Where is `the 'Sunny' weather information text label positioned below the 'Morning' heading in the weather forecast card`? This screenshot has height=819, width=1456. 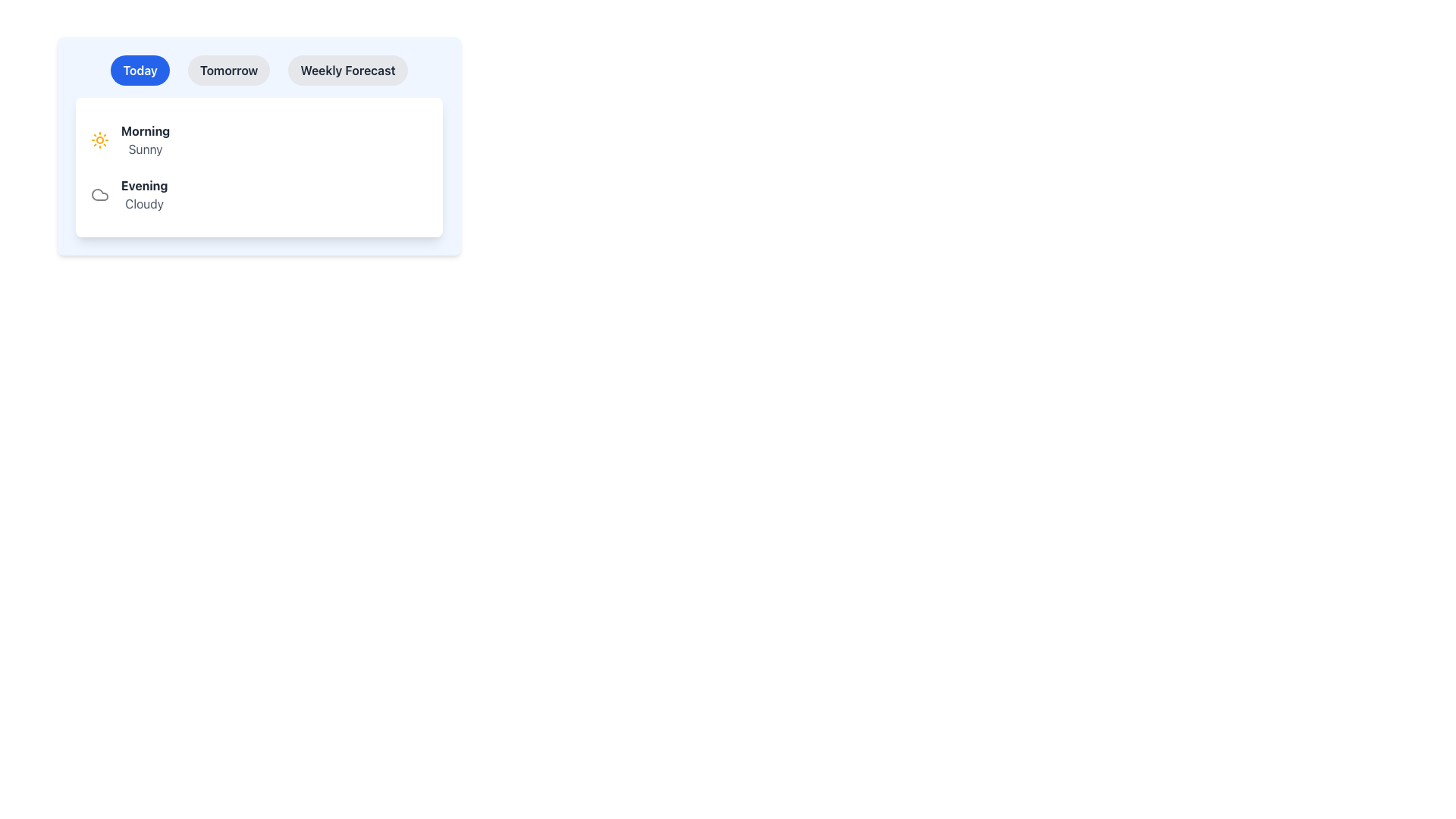
the 'Sunny' weather information text label positioned below the 'Morning' heading in the weather forecast card is located at coordinates (146, 149).